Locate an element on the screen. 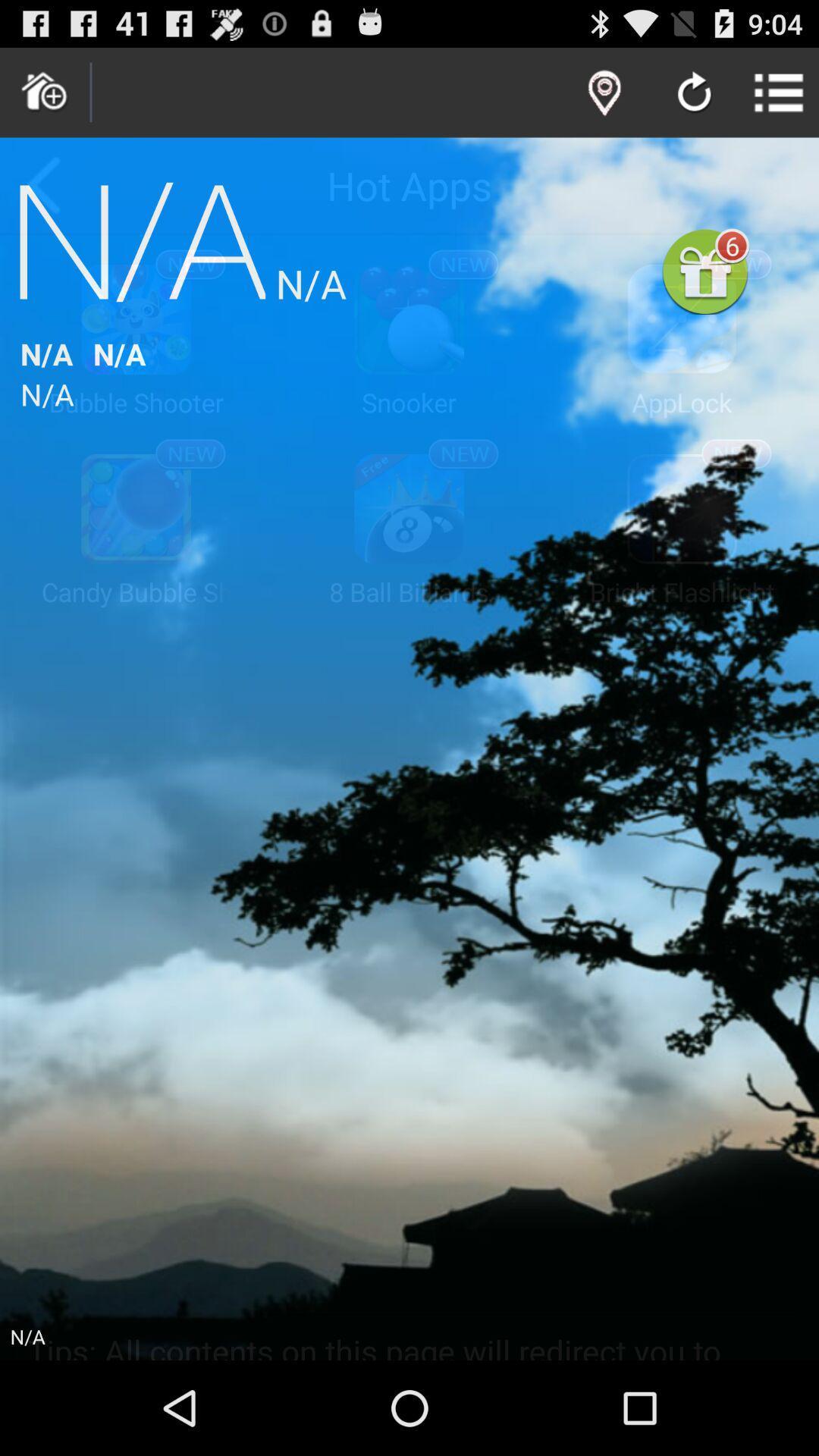 This screenshot has width=819, height=1456. the list icon is located at coordinates (779, 98).